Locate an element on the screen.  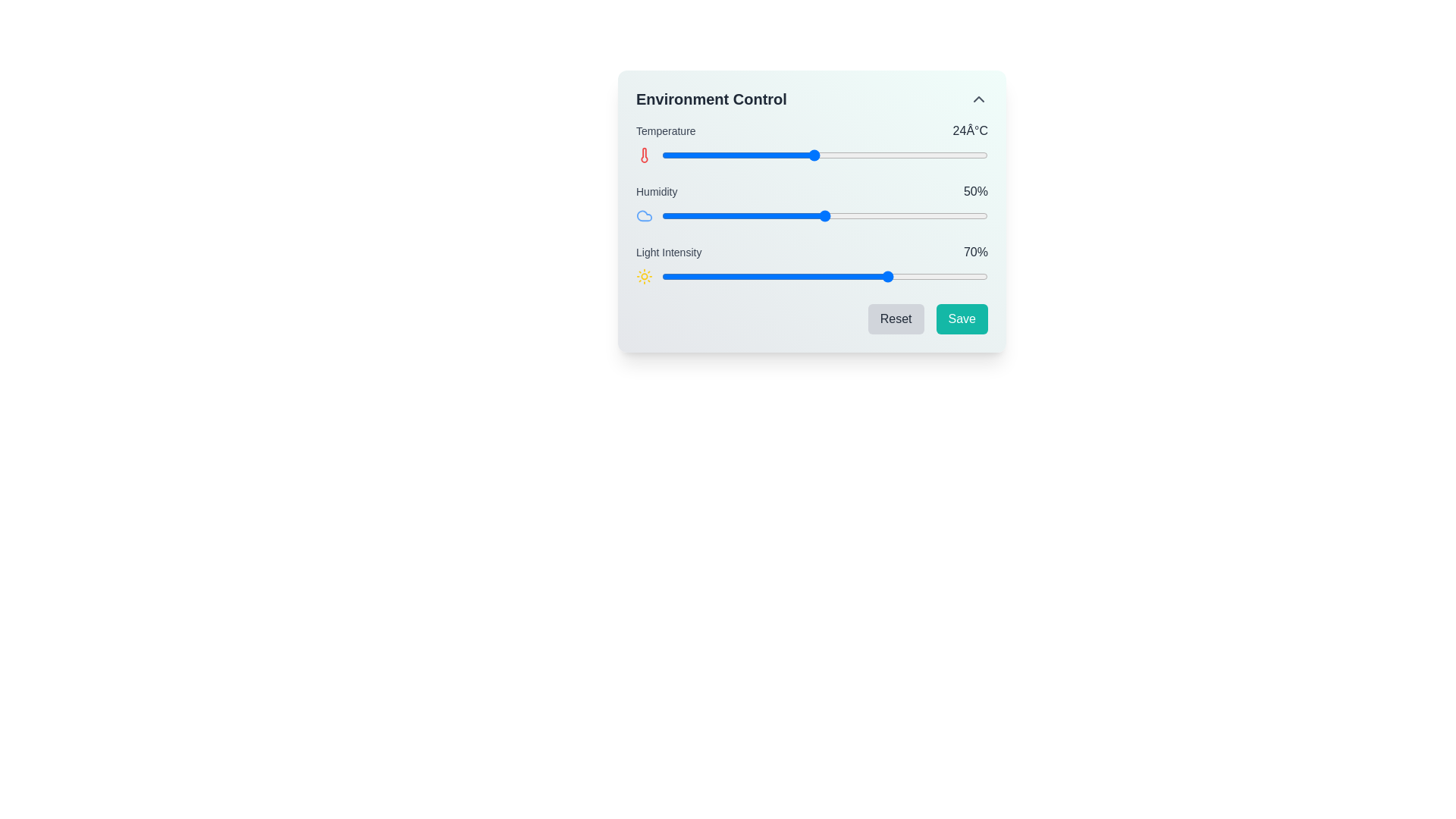
light intensity is located at coordinates (697, 277).